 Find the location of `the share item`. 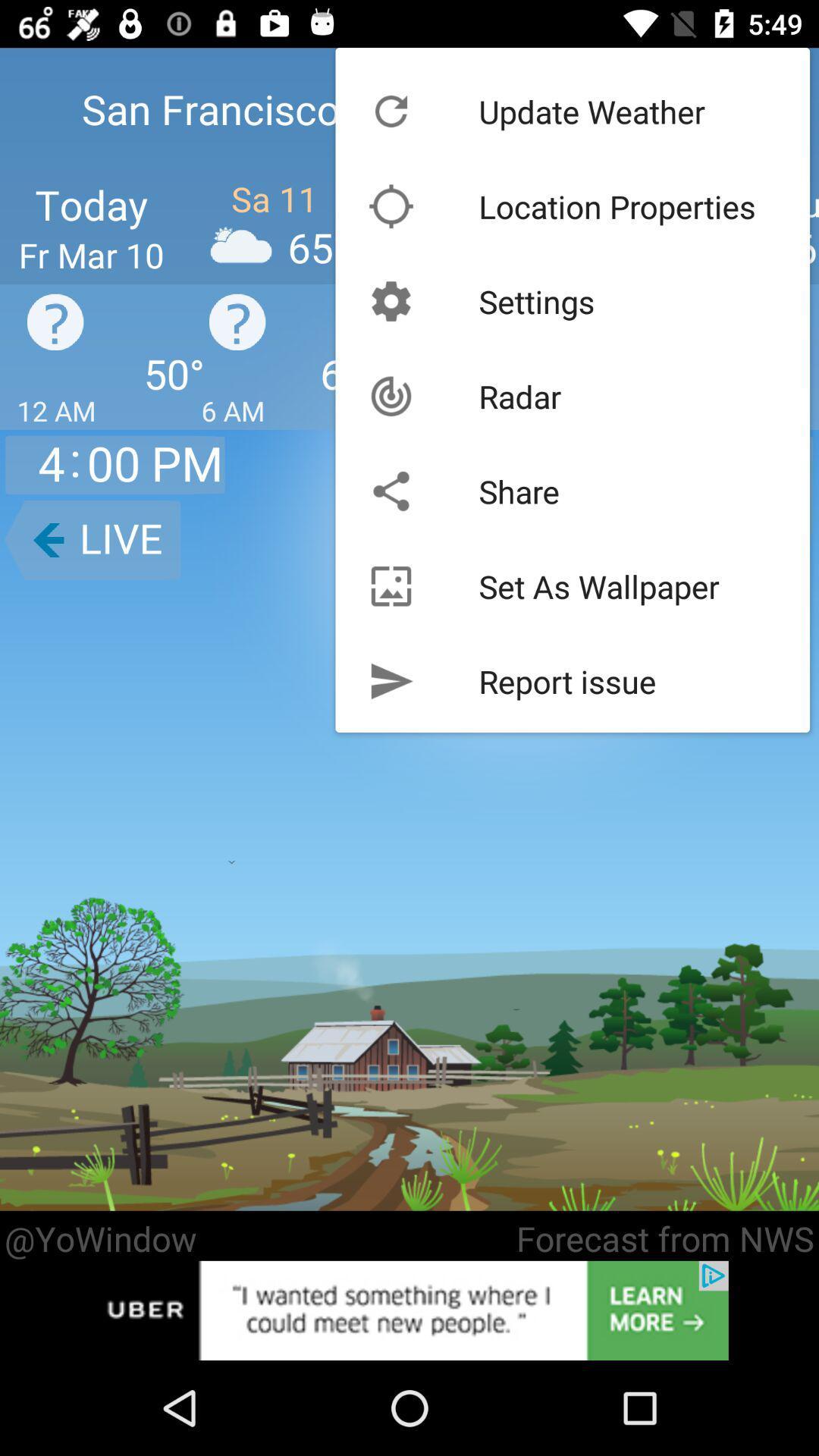

the share item is located at coordinates (518, 491).